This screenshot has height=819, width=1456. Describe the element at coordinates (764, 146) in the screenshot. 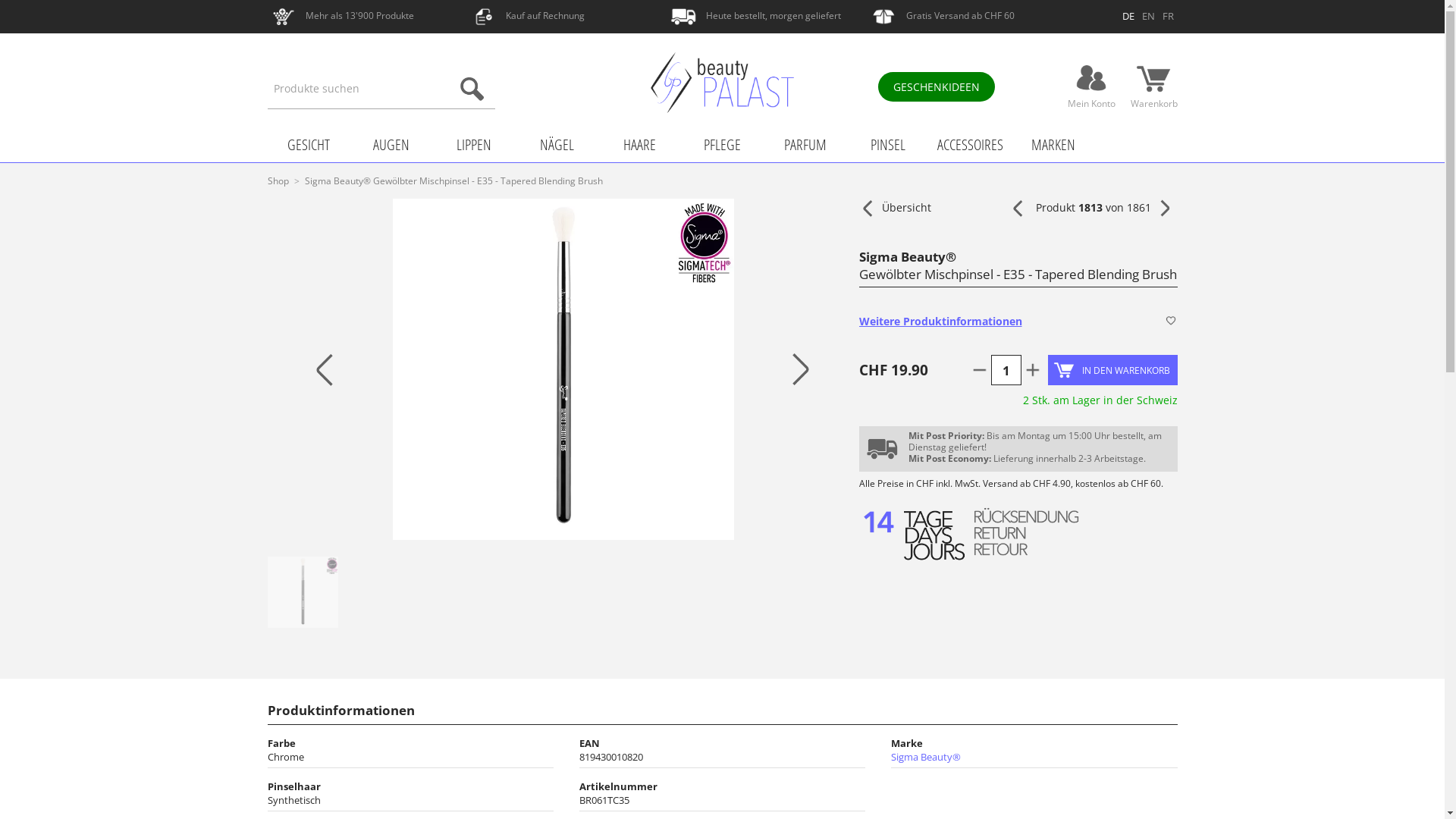

I see `'PARFUM'` at that location.